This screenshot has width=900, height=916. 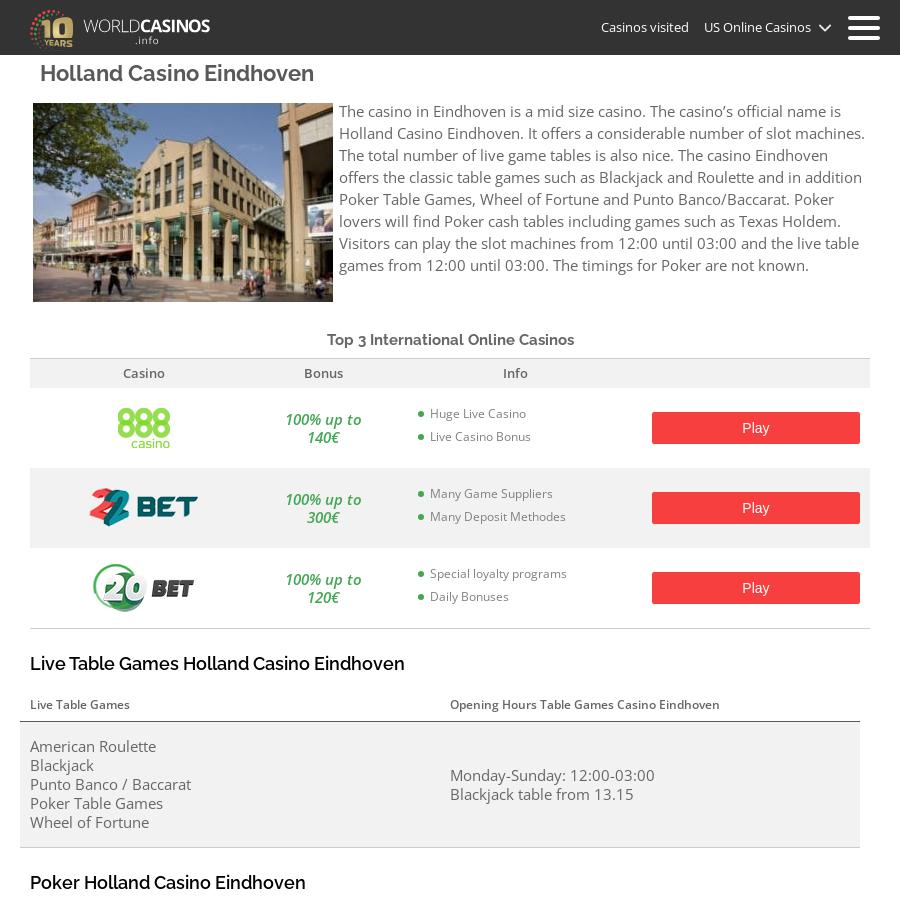 I want to click on 'Holland Casino Eindhoven', so click(x=177, y=72).